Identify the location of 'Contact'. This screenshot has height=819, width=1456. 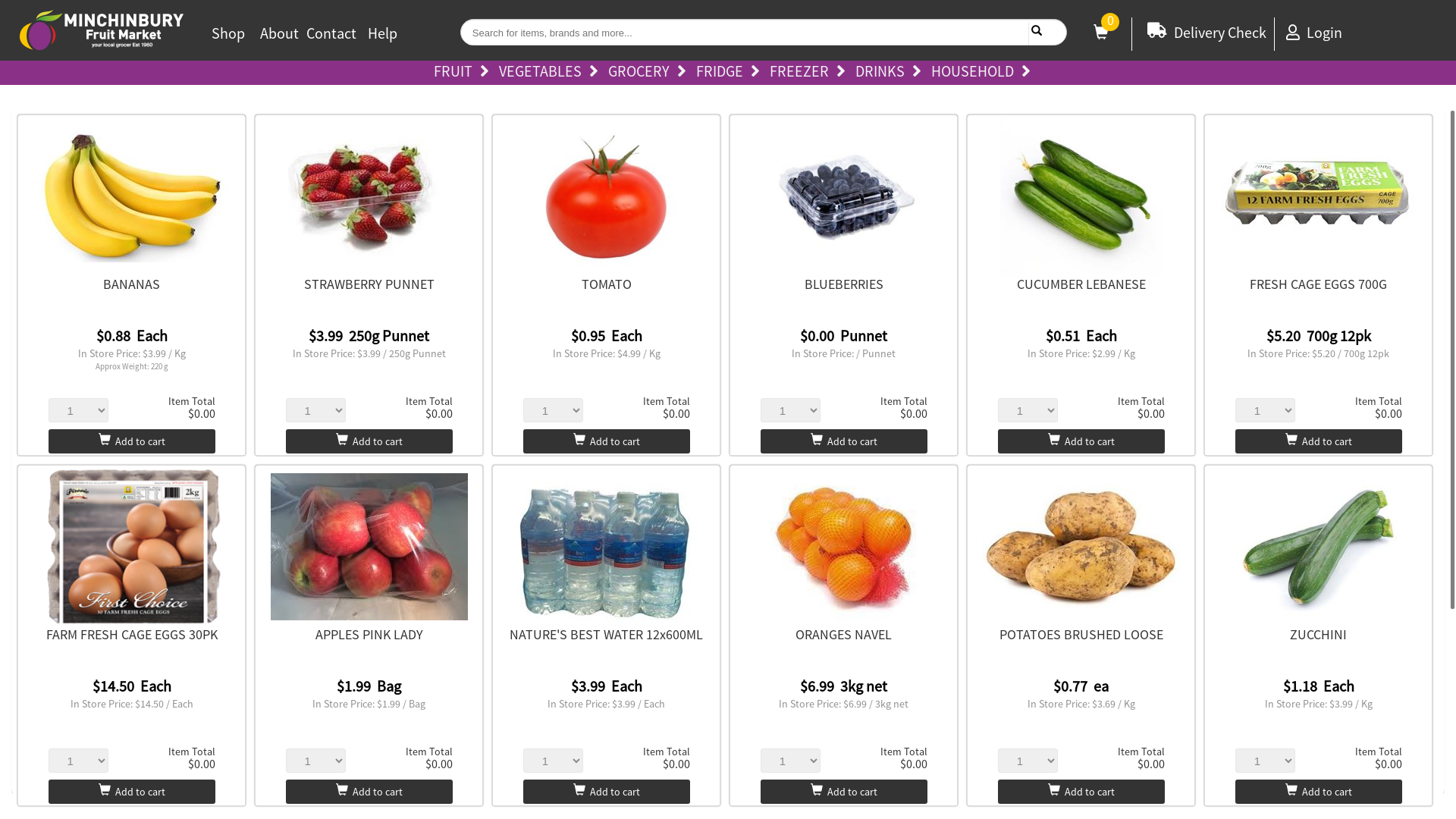
(330, 33).